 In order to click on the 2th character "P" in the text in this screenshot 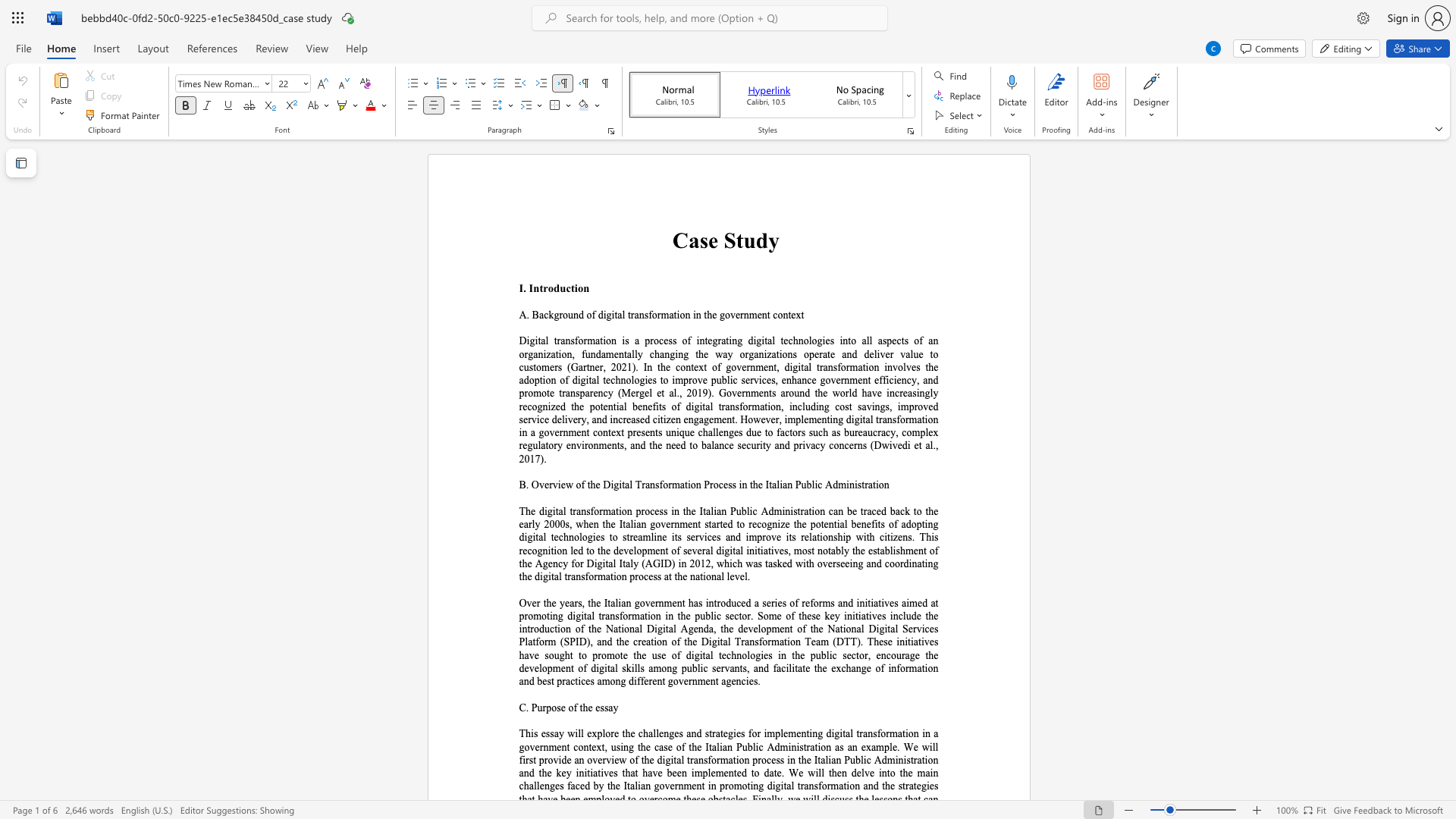, I will do `click(797, 485)`.